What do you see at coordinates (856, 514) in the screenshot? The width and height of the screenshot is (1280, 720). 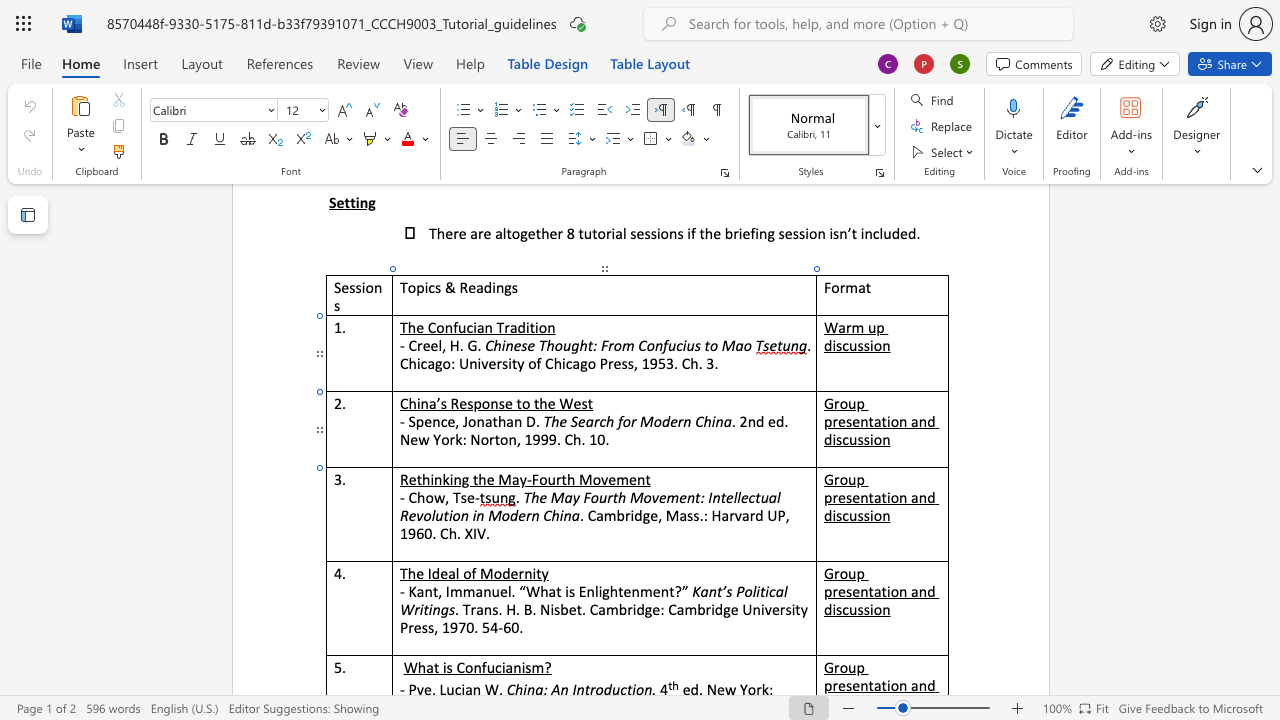 I see `the space between the continuous character "u" and "s" in the text` at bounding box center [856, 514].